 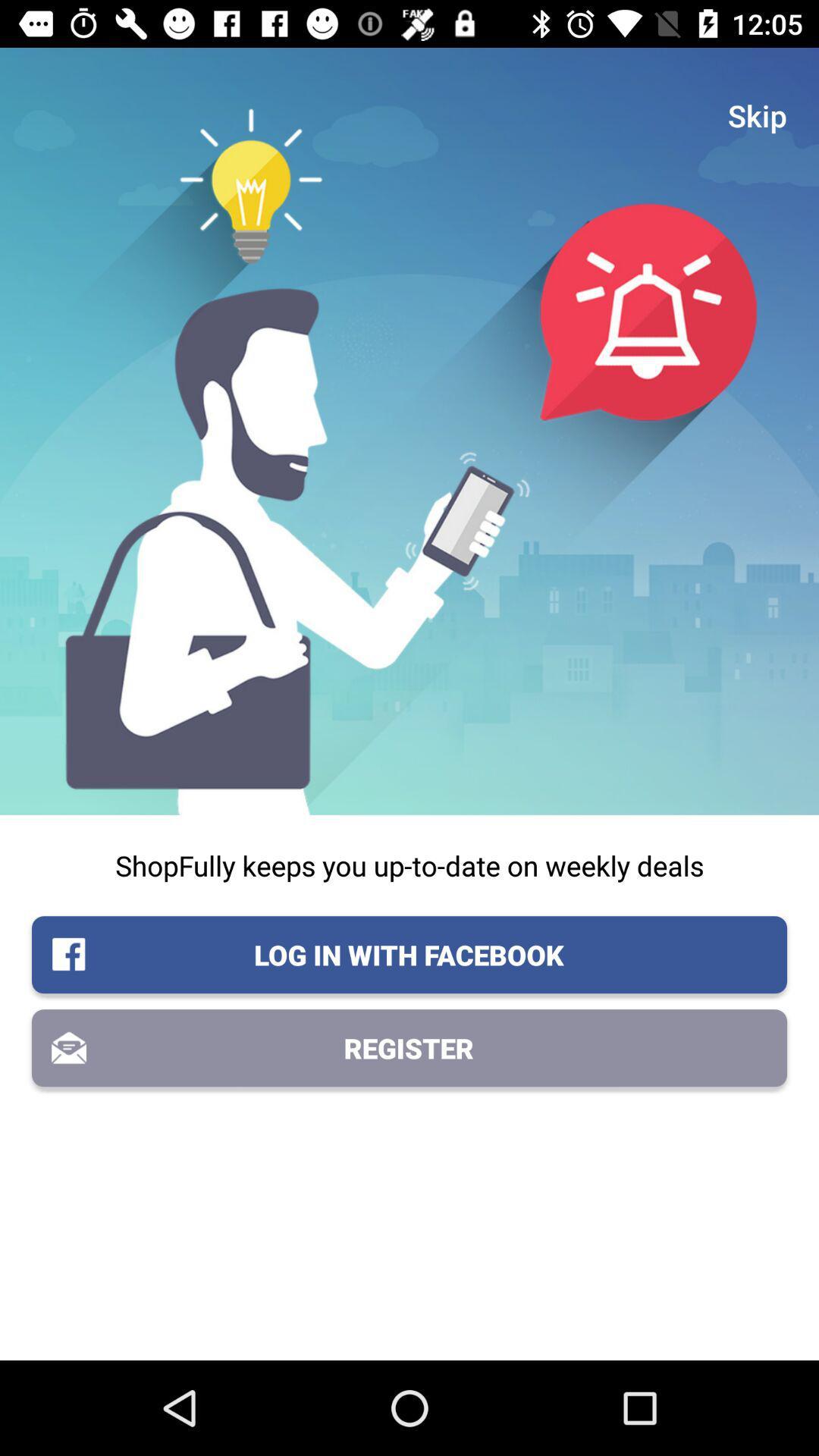 What do you see at coordinates (758, 115) in the screenshot?
I see `skip` at bounding box center [758, 115].